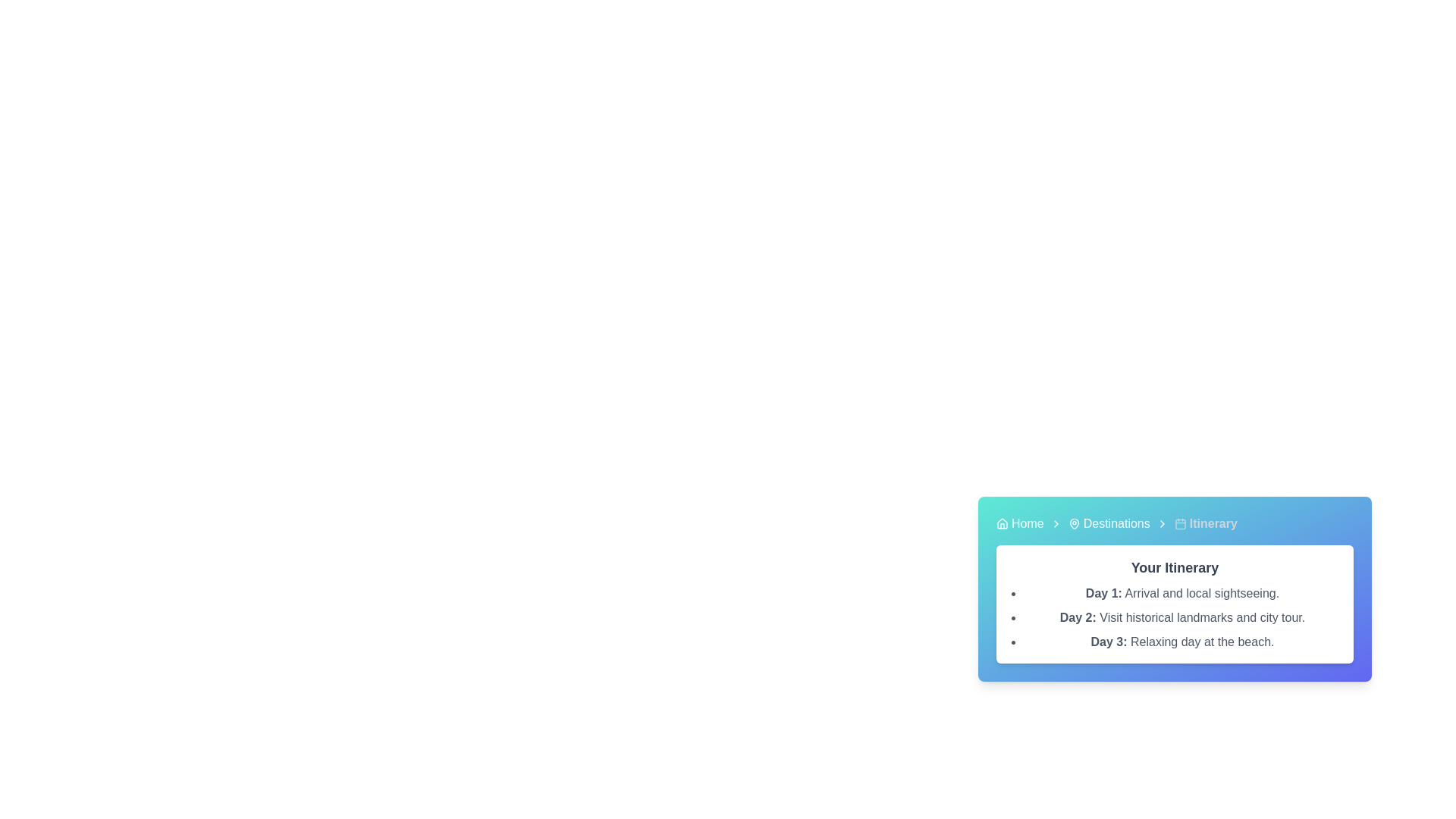  What do you see at coordinates (1077, 617) in the screenshot?
I see `text content of the Text Label marking the second day in the itinerary, which is positioned beneath 'Day 1: Arrival and local sightseeing.'` at bounding box center [1077, 617].